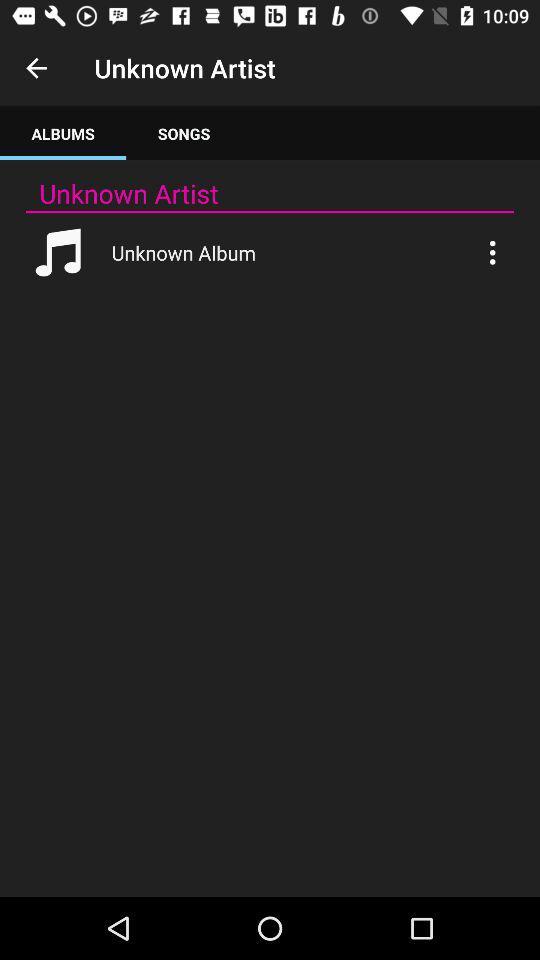 Image resolution: width=540 pixels, height=960 pixels. I want to click on item next to the albums item, so click(184, 132).